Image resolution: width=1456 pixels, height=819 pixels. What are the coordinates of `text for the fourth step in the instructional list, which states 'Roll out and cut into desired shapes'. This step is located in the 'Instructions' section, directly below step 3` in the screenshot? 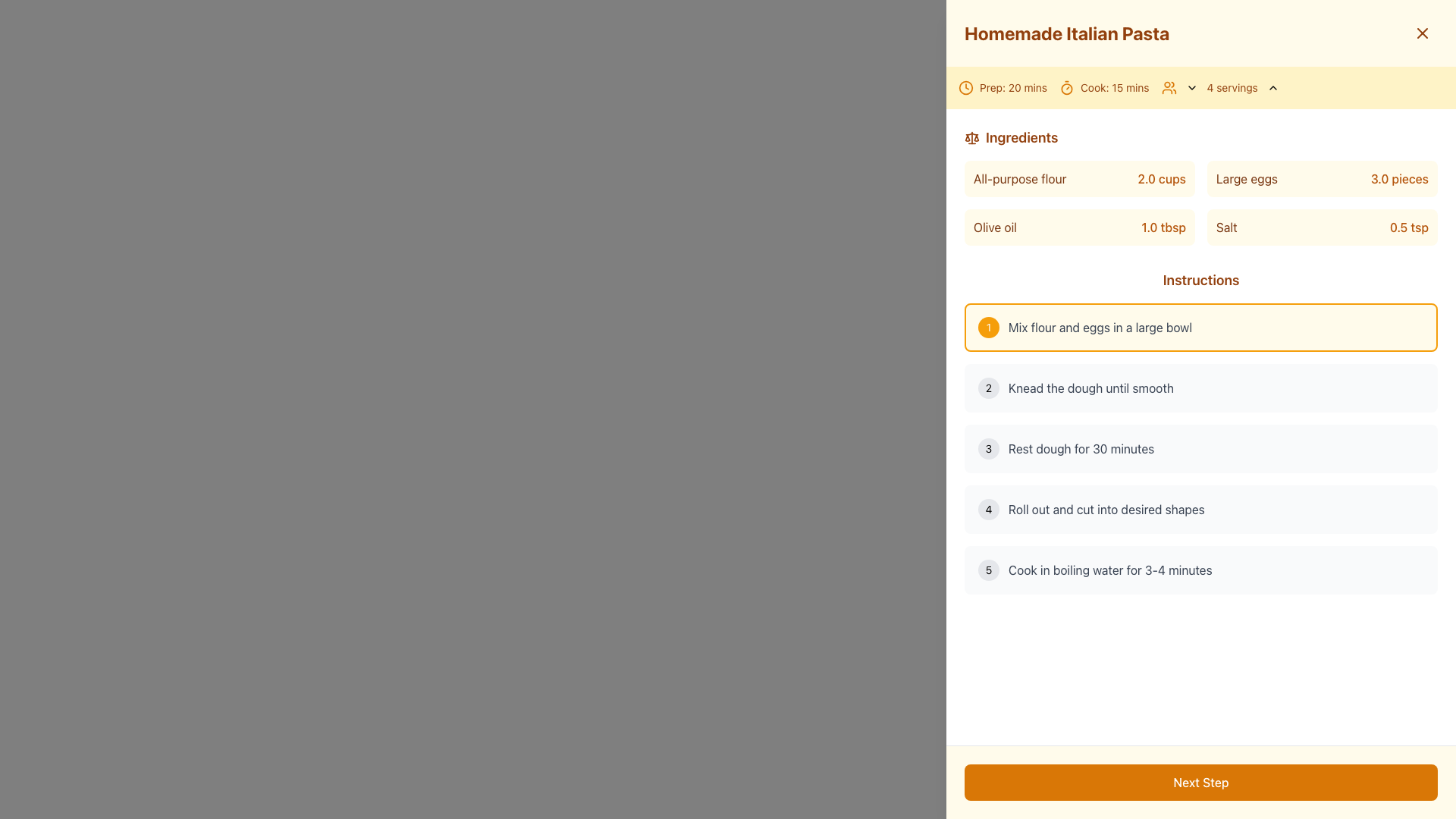 It's located at (1200, 509).